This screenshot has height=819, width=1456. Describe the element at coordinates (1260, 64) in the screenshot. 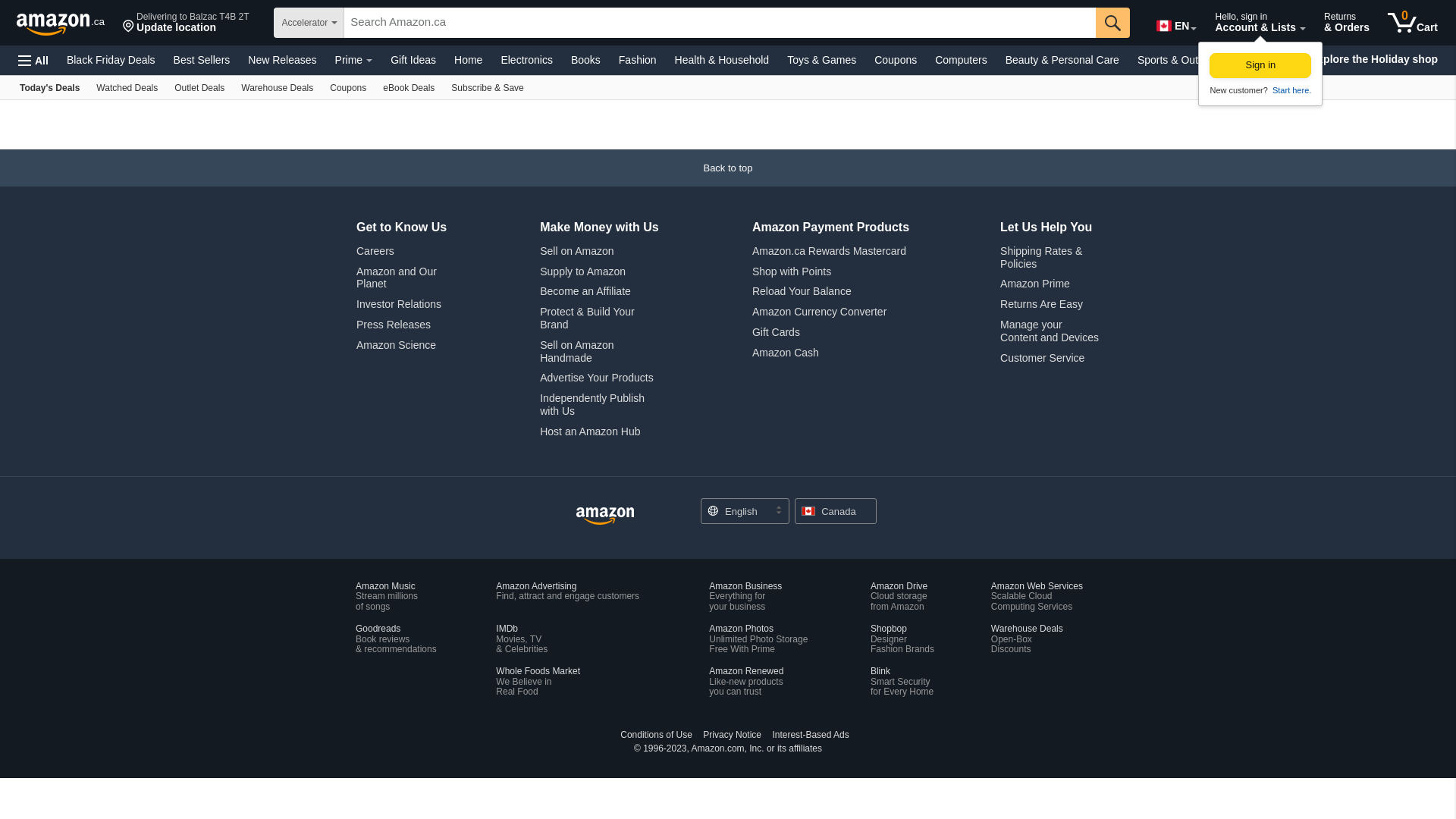

I see `'Sign in'` at that location.